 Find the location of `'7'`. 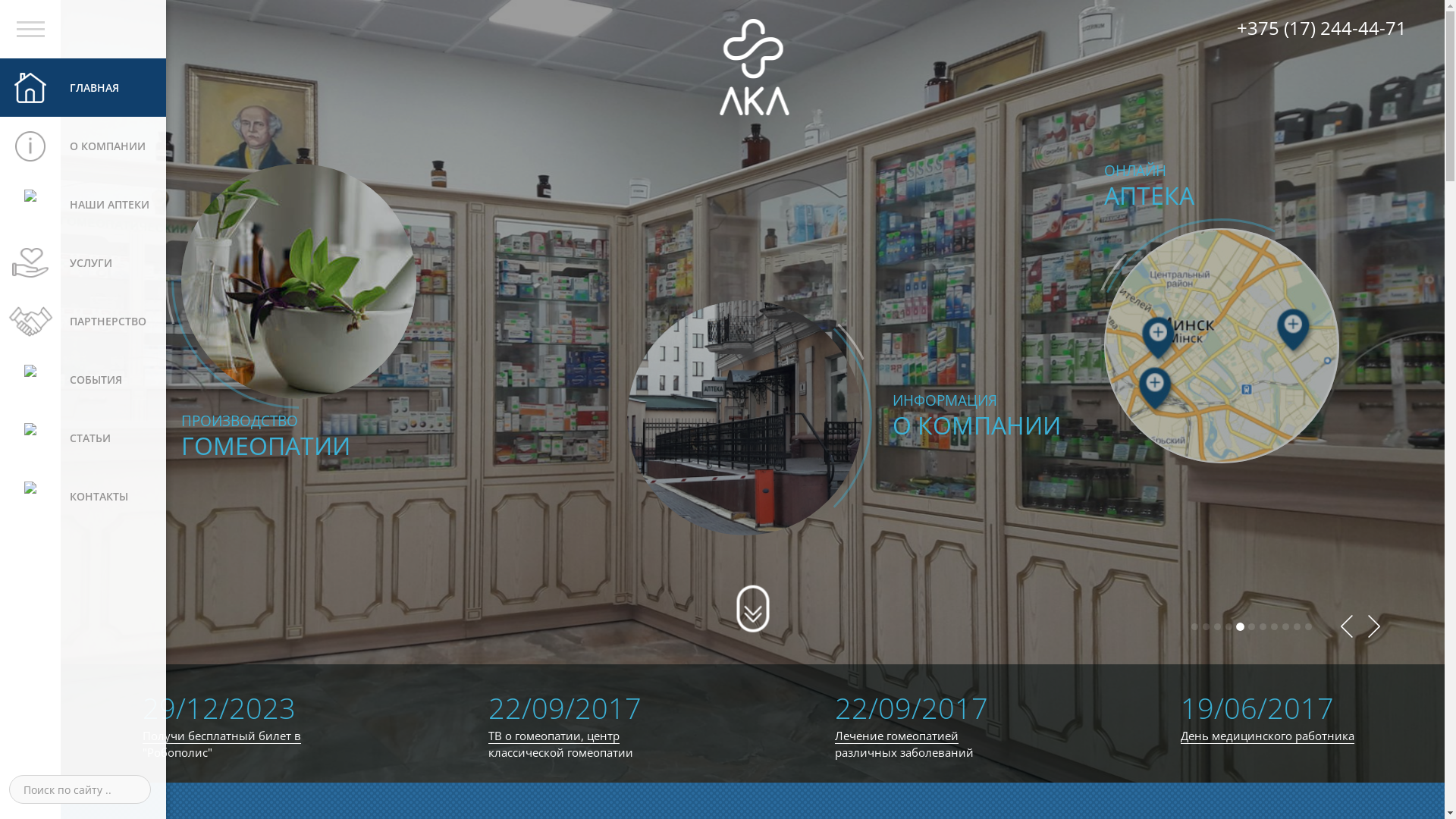

'7' is located at coordinates (1259, 626).